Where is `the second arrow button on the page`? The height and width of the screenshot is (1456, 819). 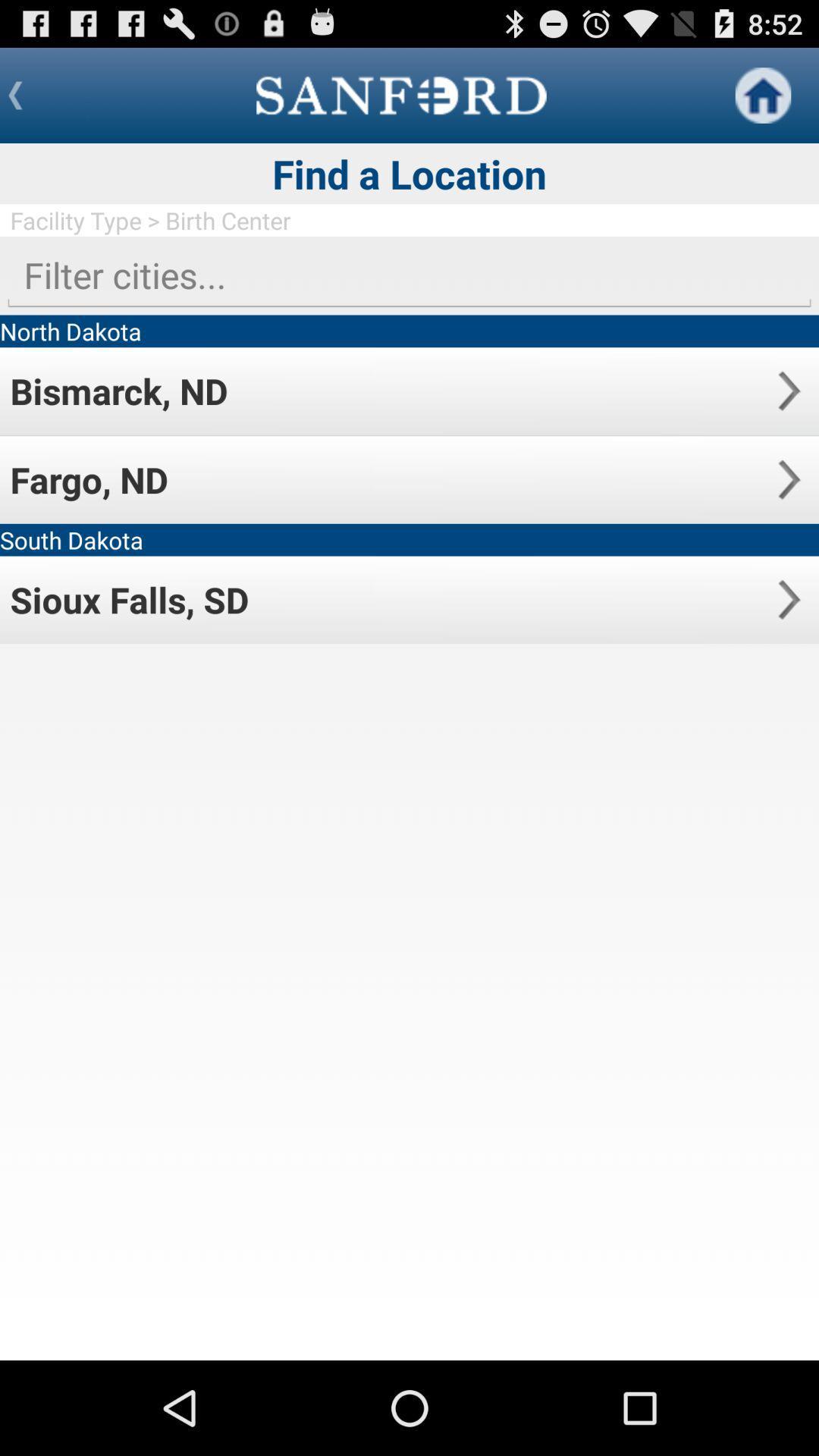
the second arrow button on the page is located at coordinates (788, 479).